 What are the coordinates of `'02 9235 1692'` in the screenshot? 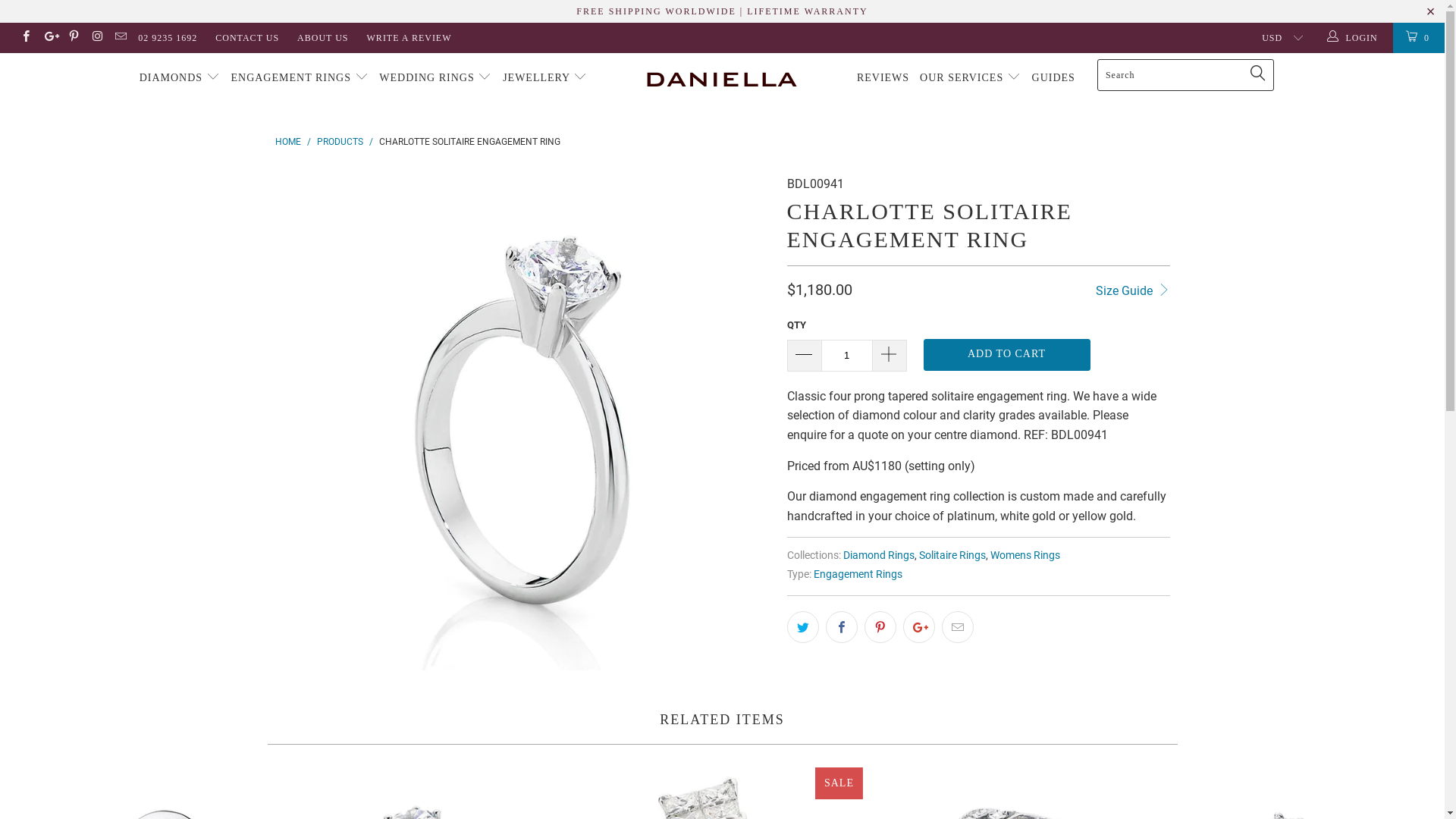 It's located at (167, 37).